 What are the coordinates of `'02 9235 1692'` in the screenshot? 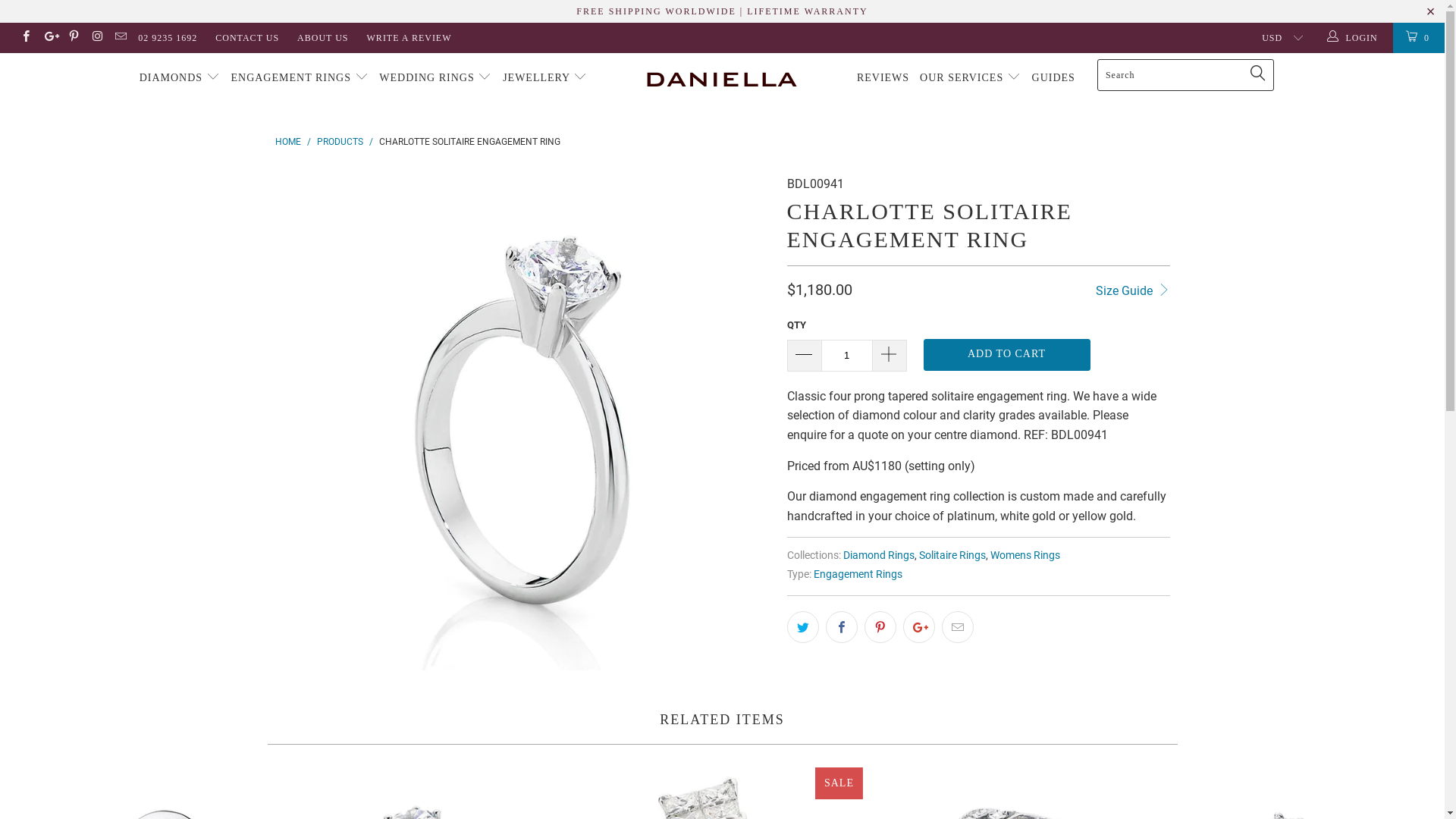 It's located at (167, 37).